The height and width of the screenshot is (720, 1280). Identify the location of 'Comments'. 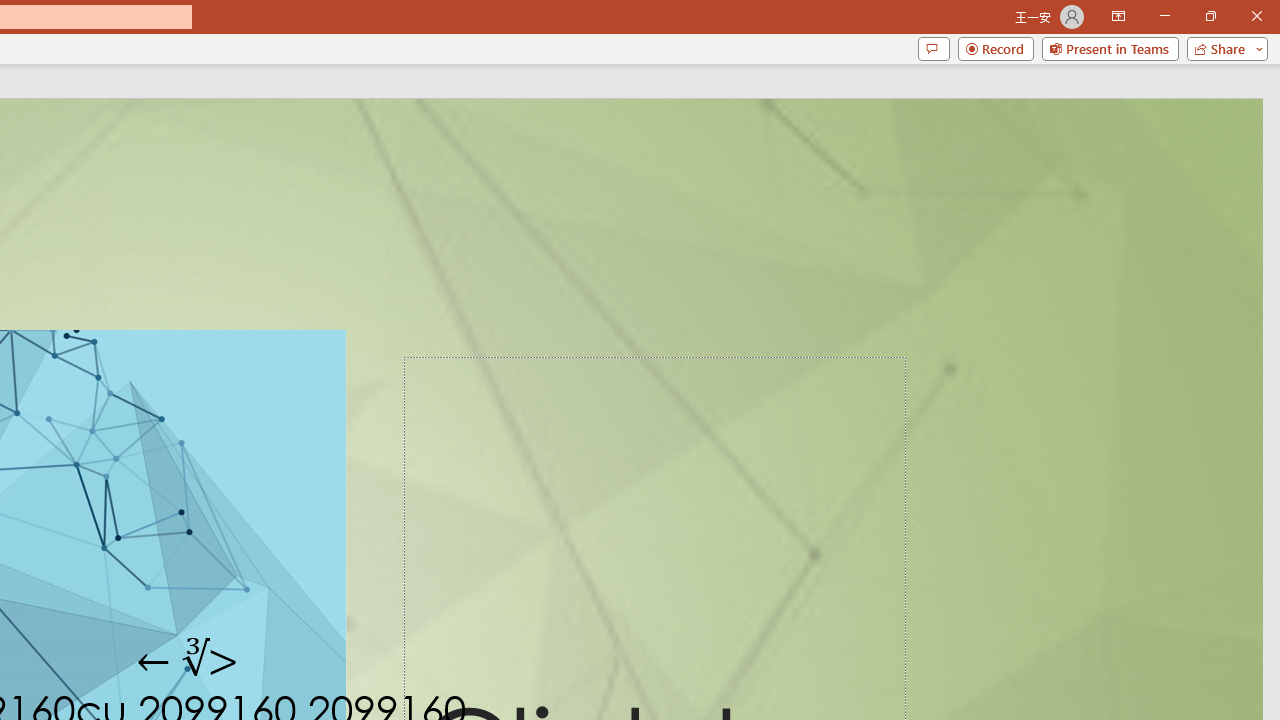
(932, 47).